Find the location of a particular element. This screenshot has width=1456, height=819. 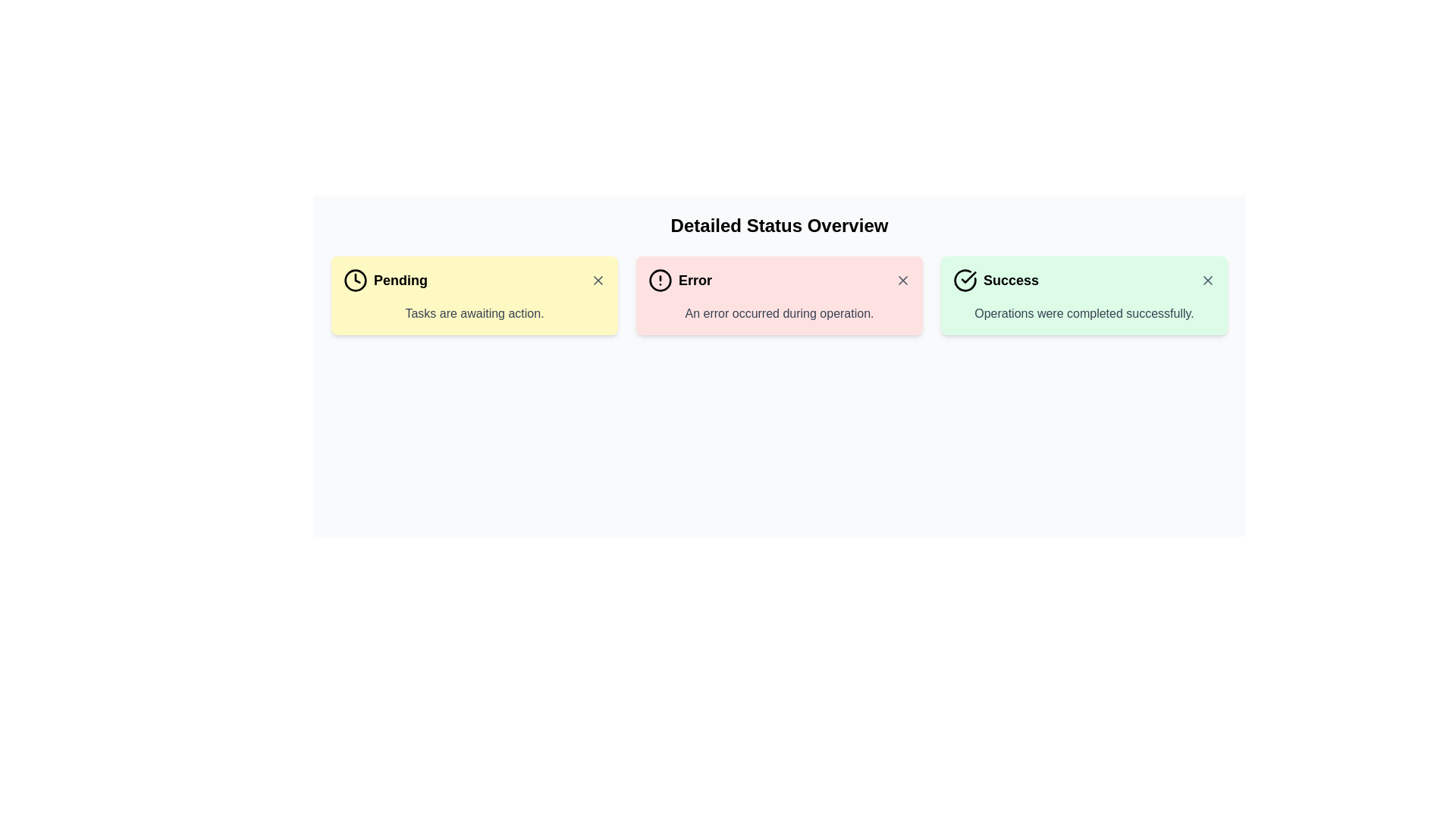

text label indicating the status of the card as 'Pending', which is located within the yellow status card, next to a clock icon is located at coordinates (400, 281).